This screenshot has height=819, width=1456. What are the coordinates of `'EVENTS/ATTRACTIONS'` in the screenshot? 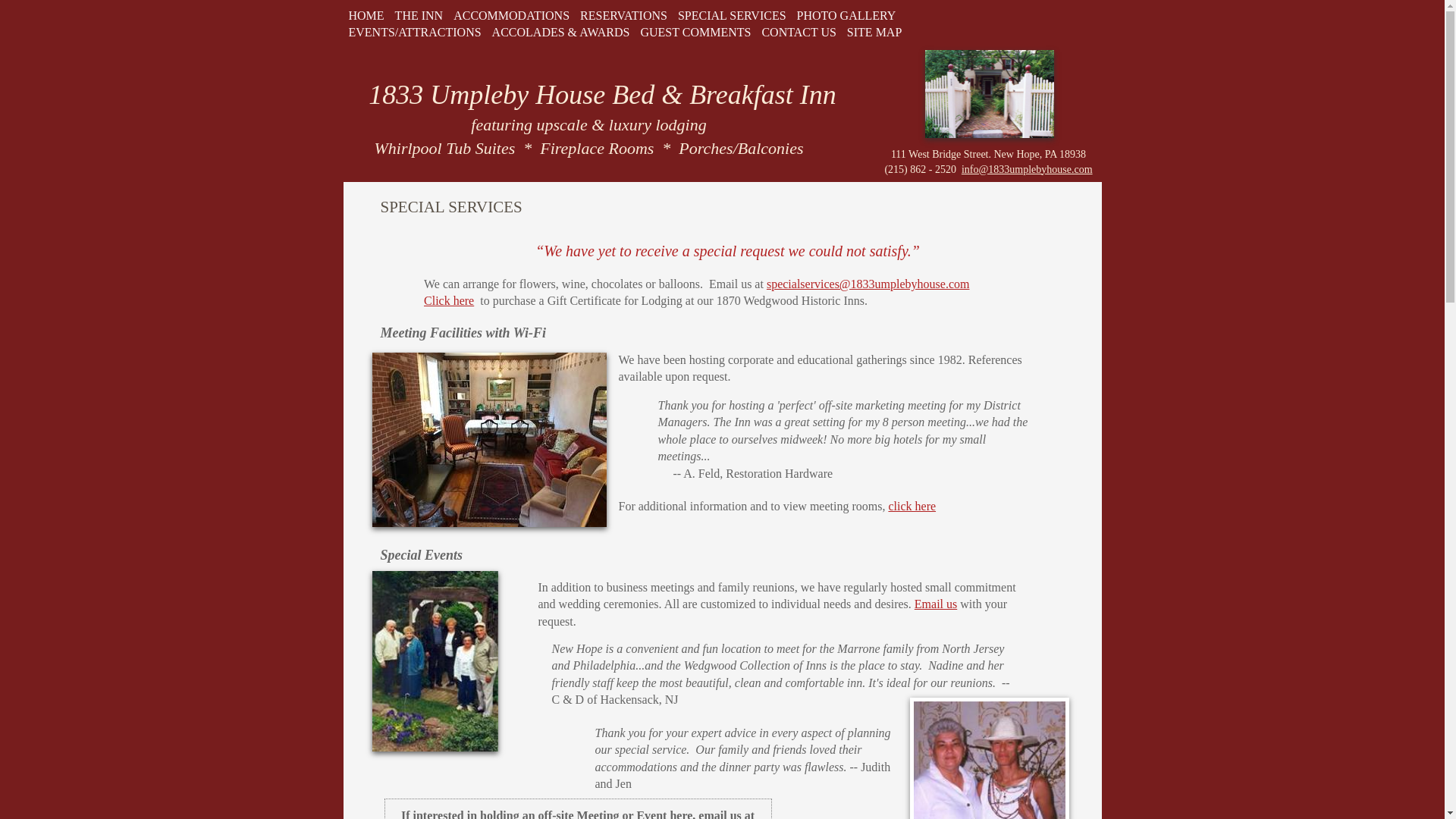 It's located at (341, 32).